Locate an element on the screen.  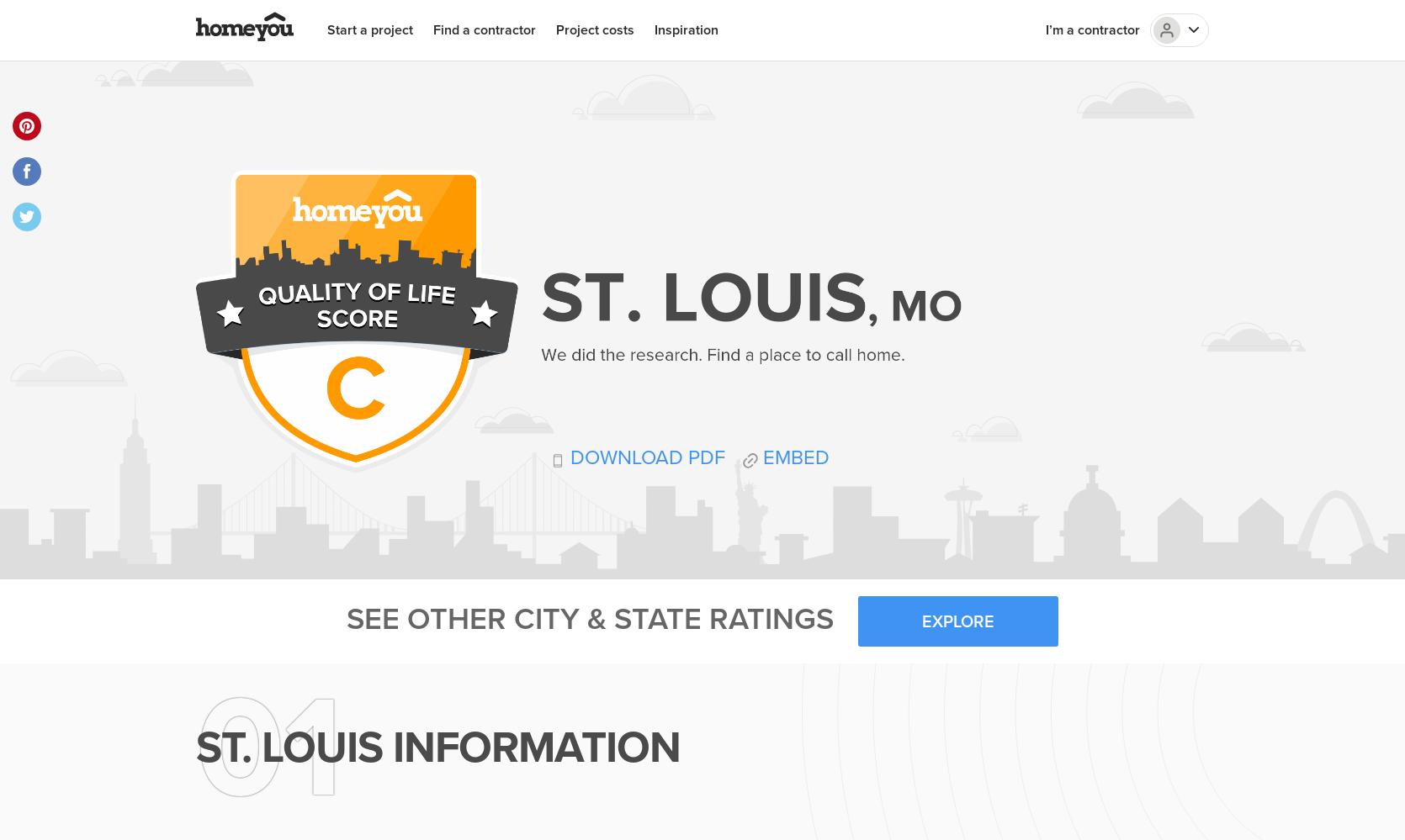
'Start a project' is located at coordinates (326, 29).